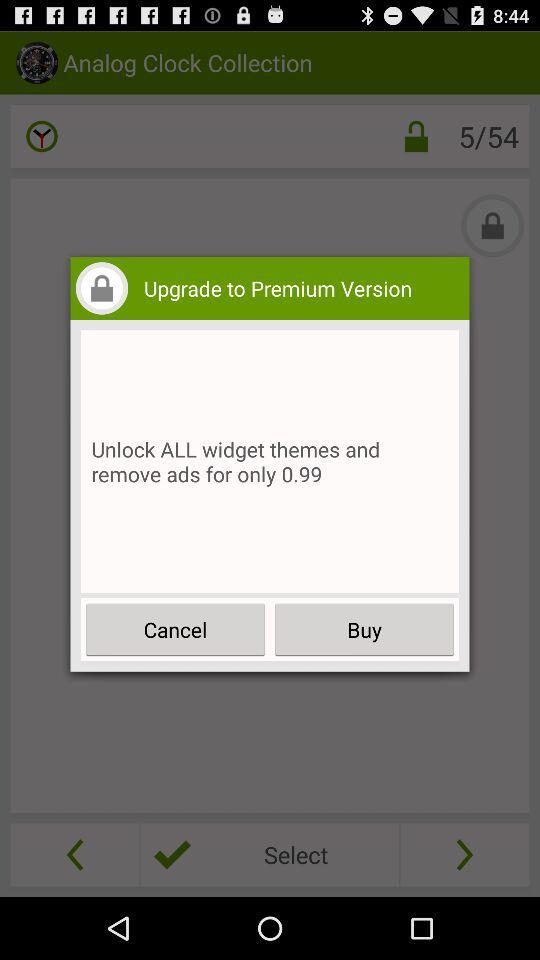 This screenshot has width=540, height=960. Describe the element at coordinates (363, 628) in the screenshot. I see `button next to cancel item` at that location.